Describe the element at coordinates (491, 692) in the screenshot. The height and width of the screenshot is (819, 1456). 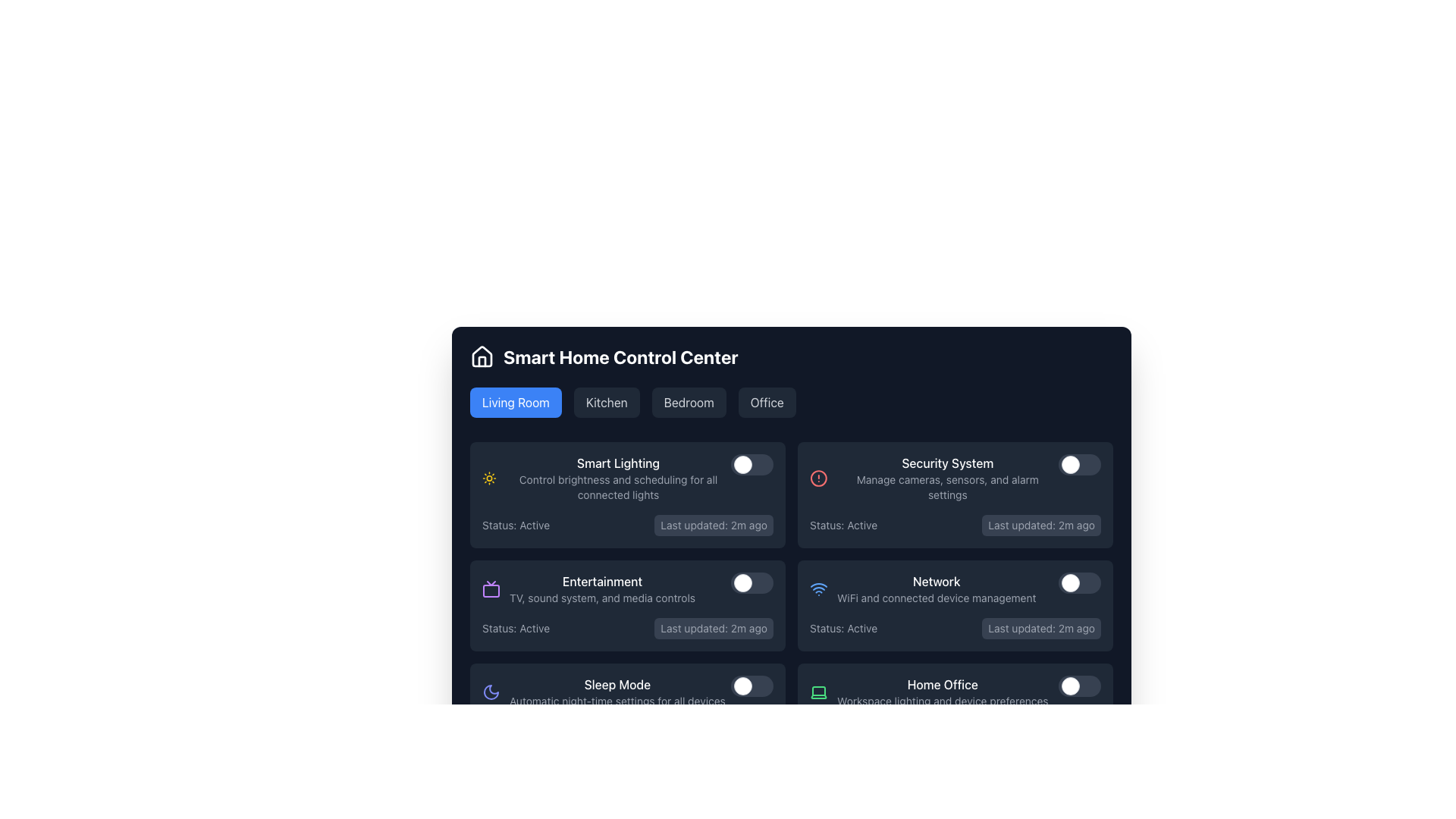
I see `the moon icon styled as an SVG graphic located above the 'Sleep Mode' label in the settings area` at that location.